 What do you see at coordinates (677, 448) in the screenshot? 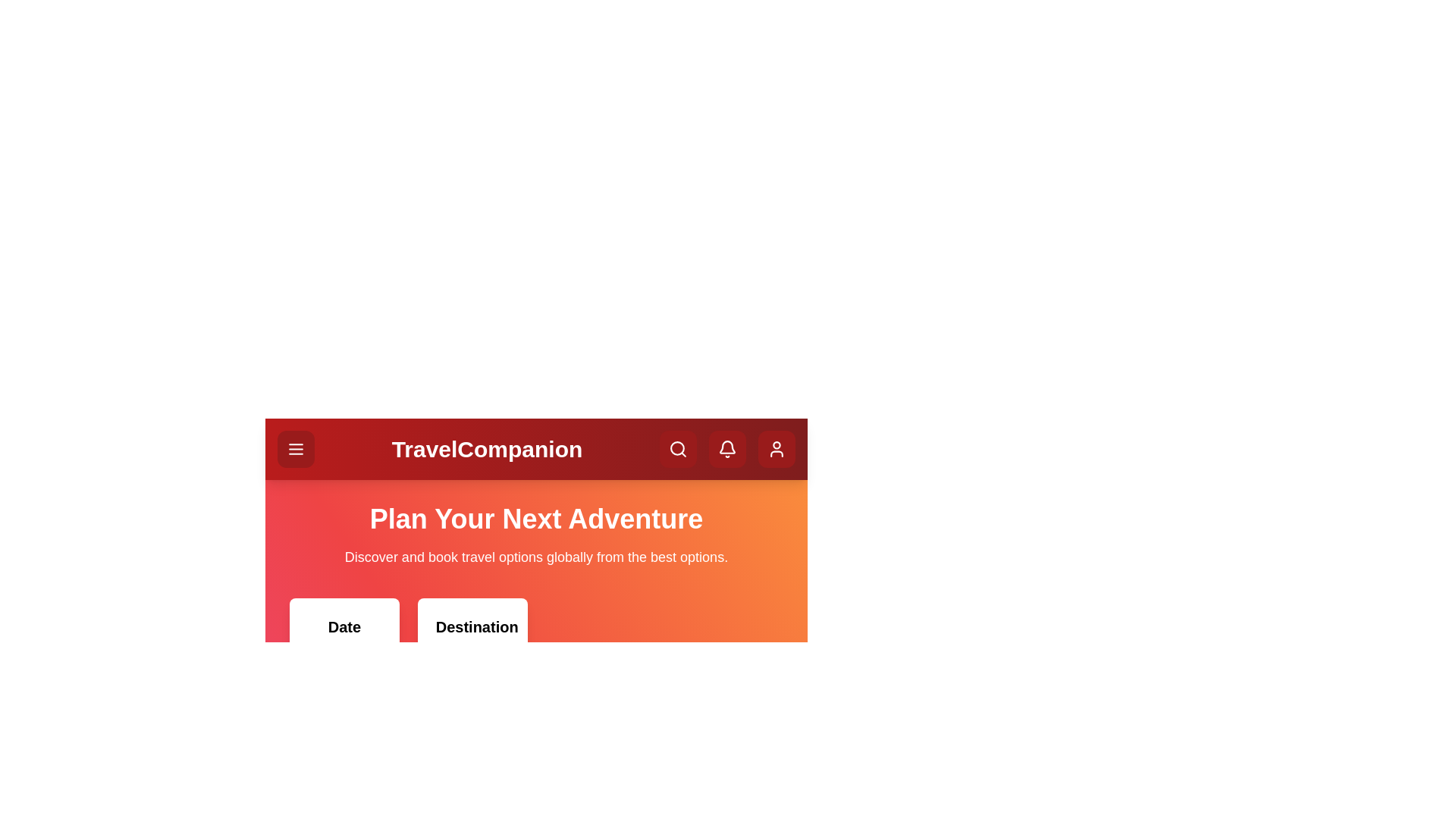
I see `the search icon to initiate a search` at bounding box center [677, 448].